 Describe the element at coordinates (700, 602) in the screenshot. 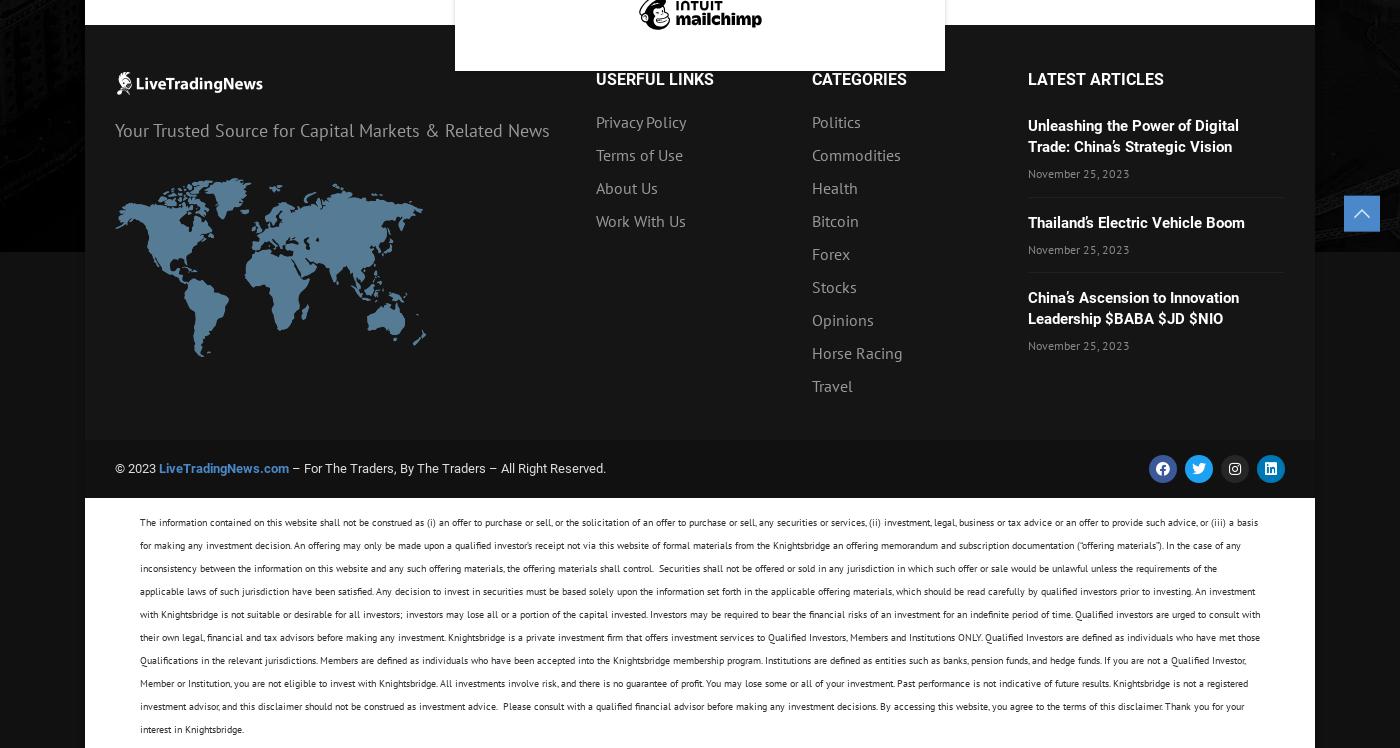

I see `'Securities shall not be offered or sold in any jurisdiction in which such offer or sale would be unlawful unless the requirements of the applicable laws of such jurisdiction have been satisfied. Any decision to invest in securities must be based solely upon the information set forth in the applicable offering materials, which should be read carefully by qualified investors prior to investing. An investment with Knightsbridge is not suitable or desirable for all investors; investors may lose all or a portion of the capital invested. Investors may be required to bear the financial risks of an investment for an indefinite period of time. Qualified investors are urged to consult with their own legal, financial and tax advisors before making any investment.'` at that location.